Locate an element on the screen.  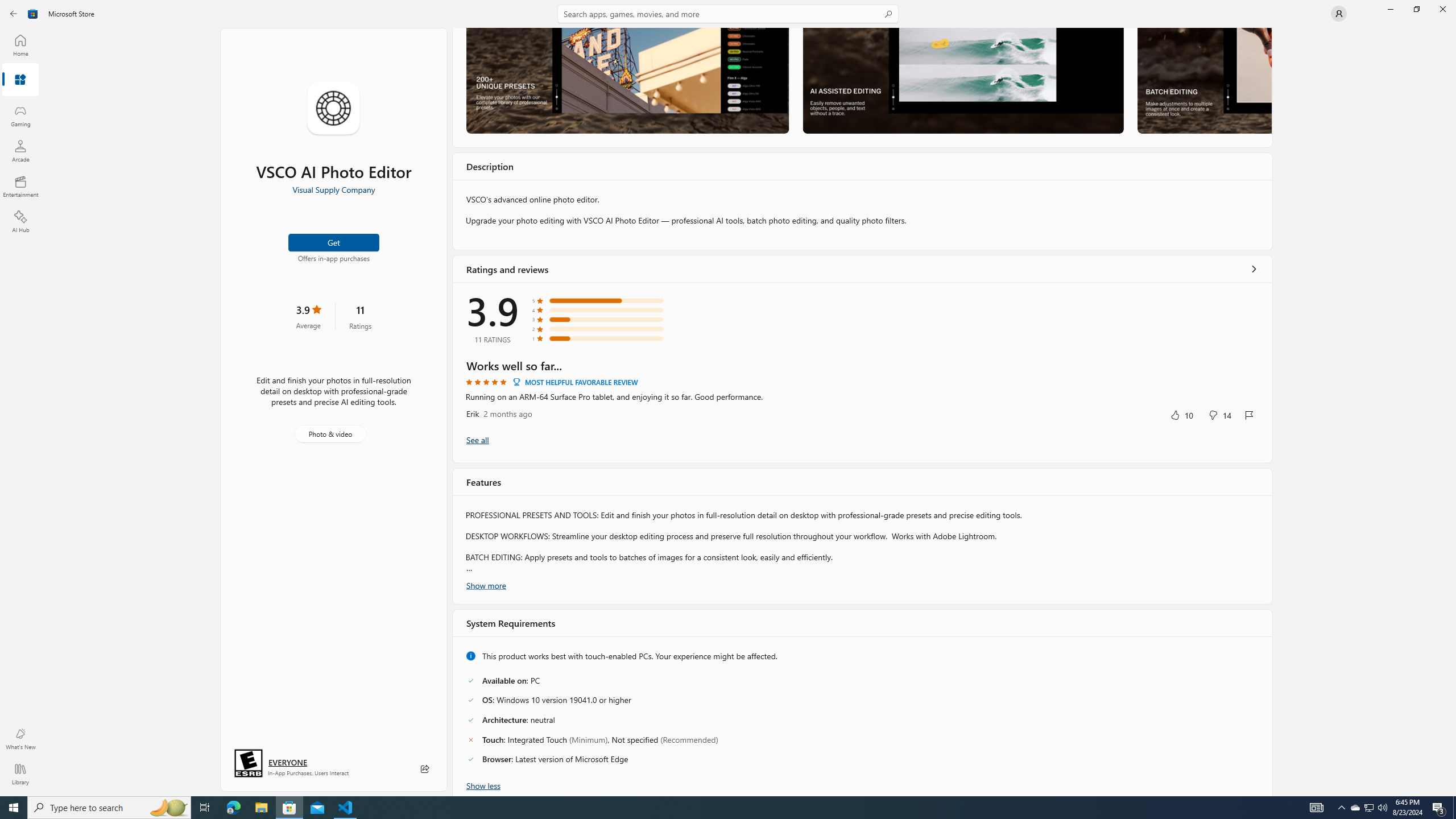
'Show less' is located at coordinates (482, 784).